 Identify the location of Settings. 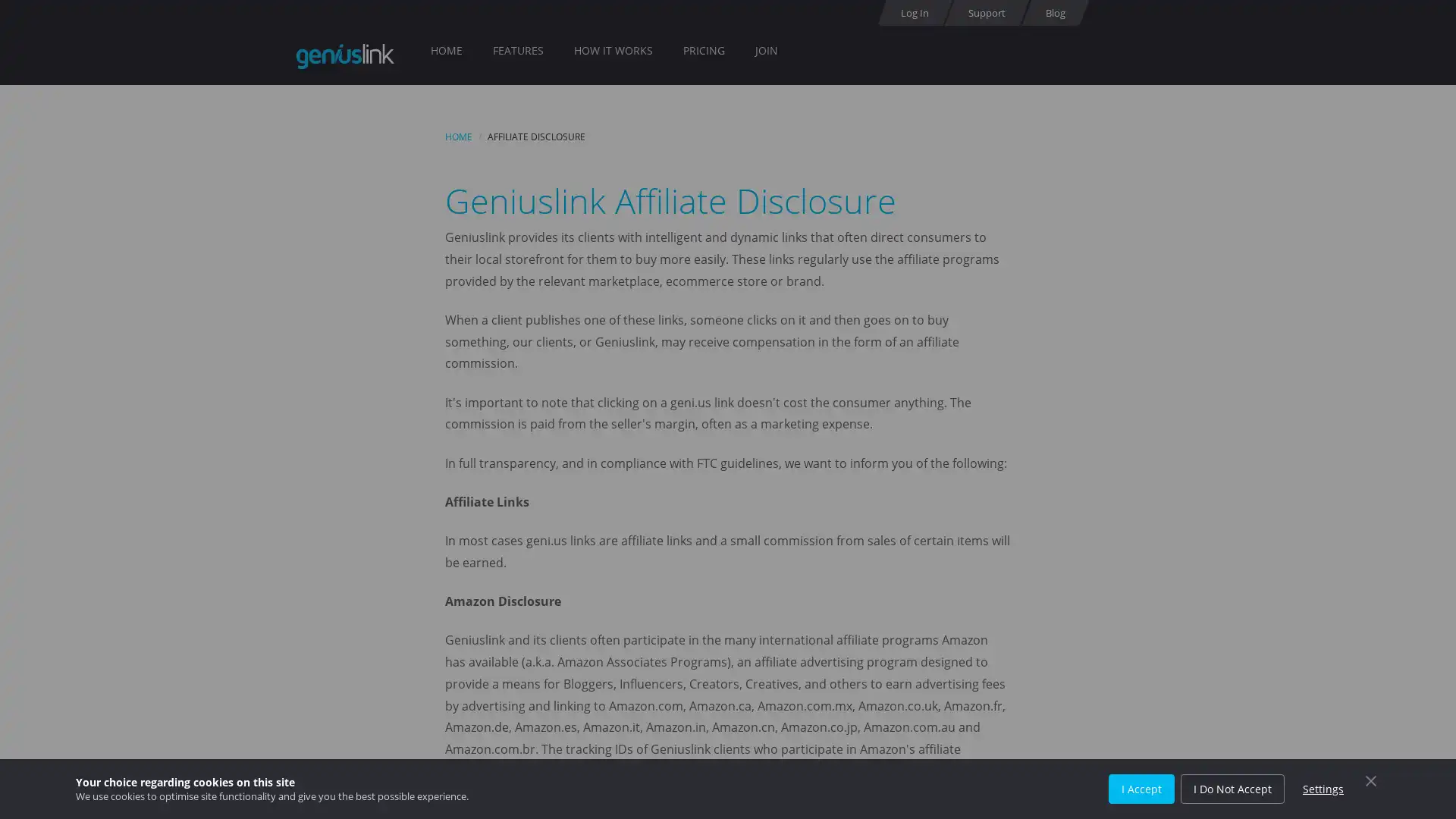
(1323, 788).